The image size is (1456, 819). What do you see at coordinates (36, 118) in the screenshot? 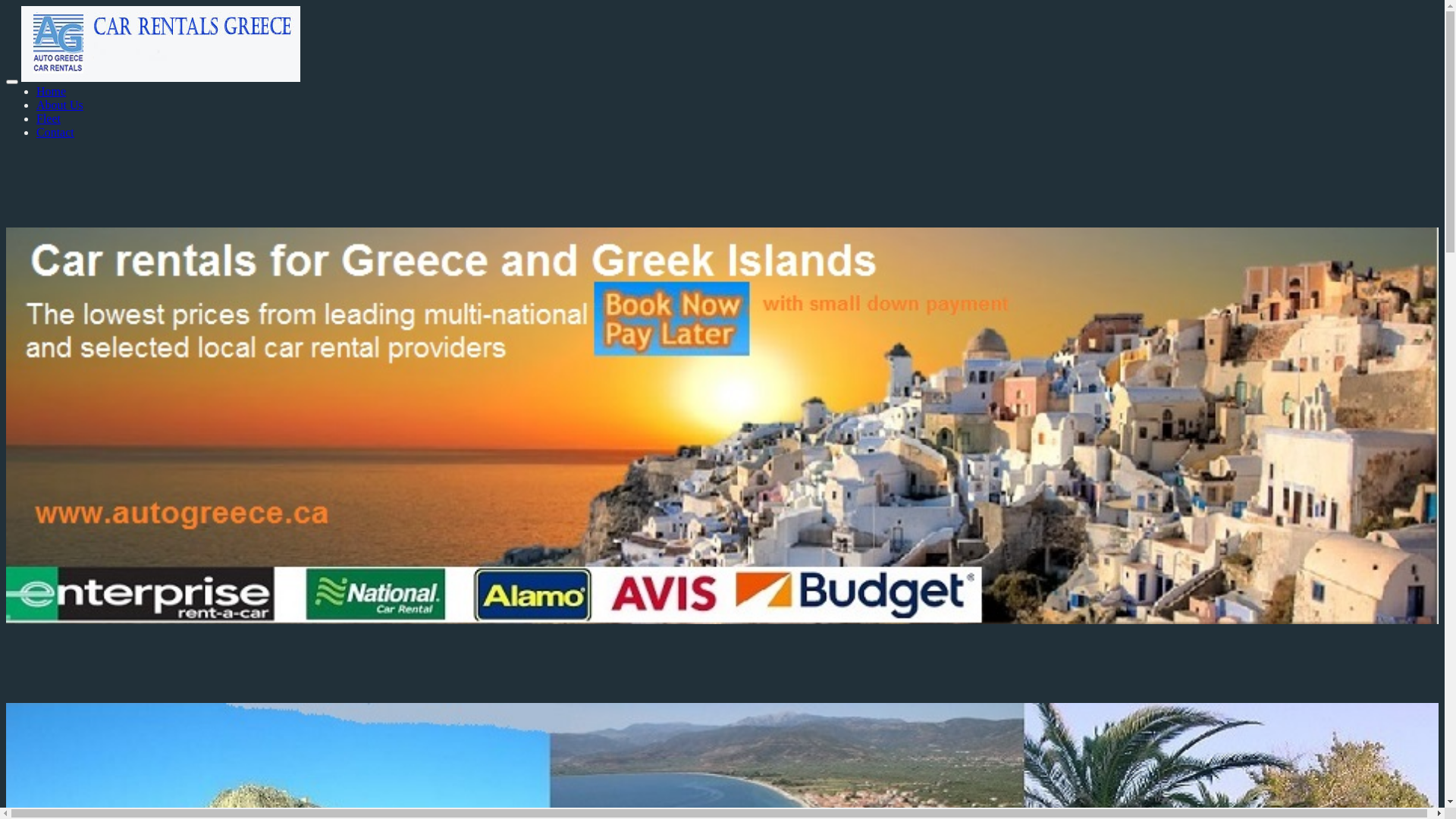
I see `'Fleet'` at bounding box center [36, 118].